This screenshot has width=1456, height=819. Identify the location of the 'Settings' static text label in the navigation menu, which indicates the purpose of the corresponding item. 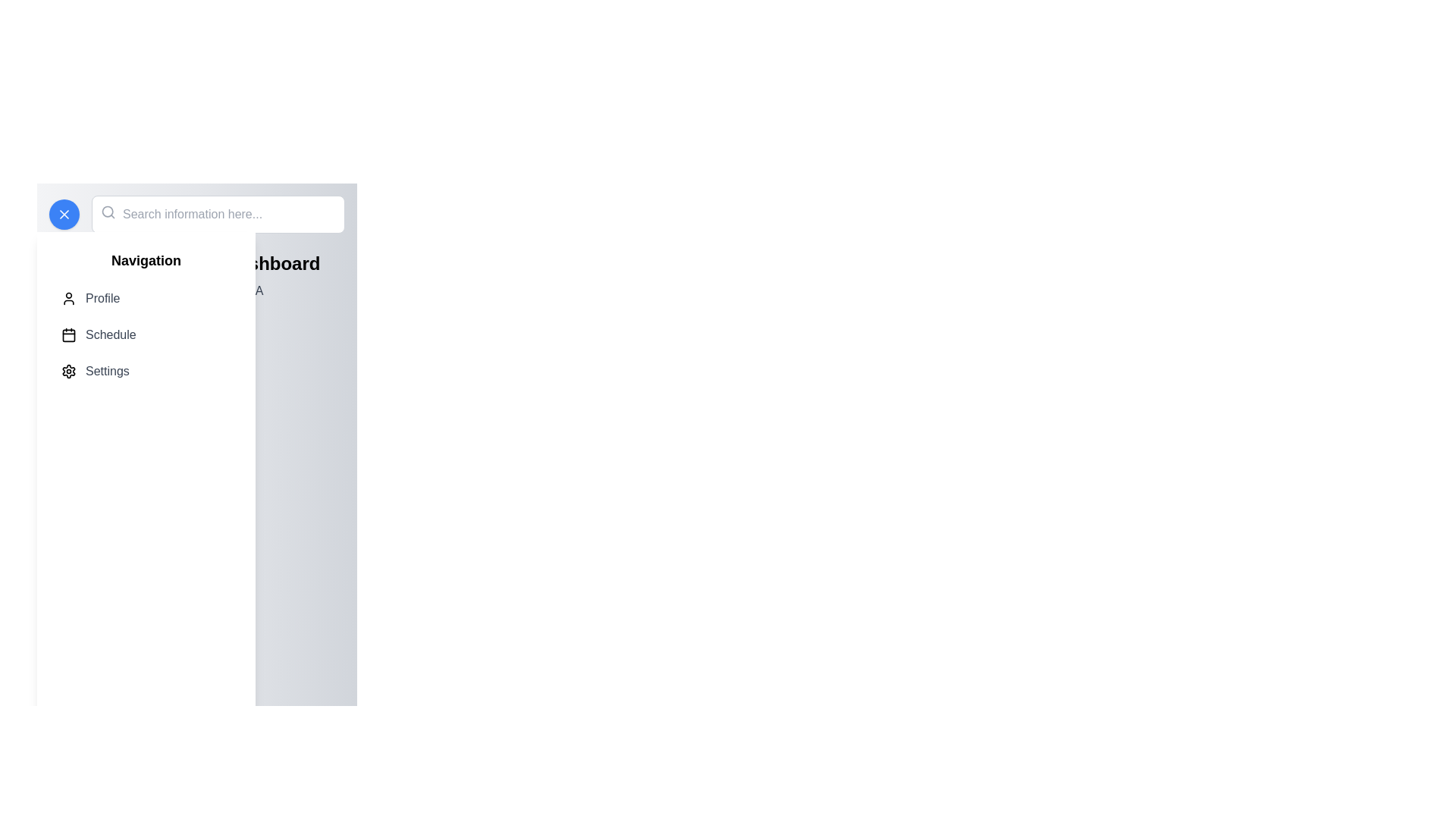
(106, 371).